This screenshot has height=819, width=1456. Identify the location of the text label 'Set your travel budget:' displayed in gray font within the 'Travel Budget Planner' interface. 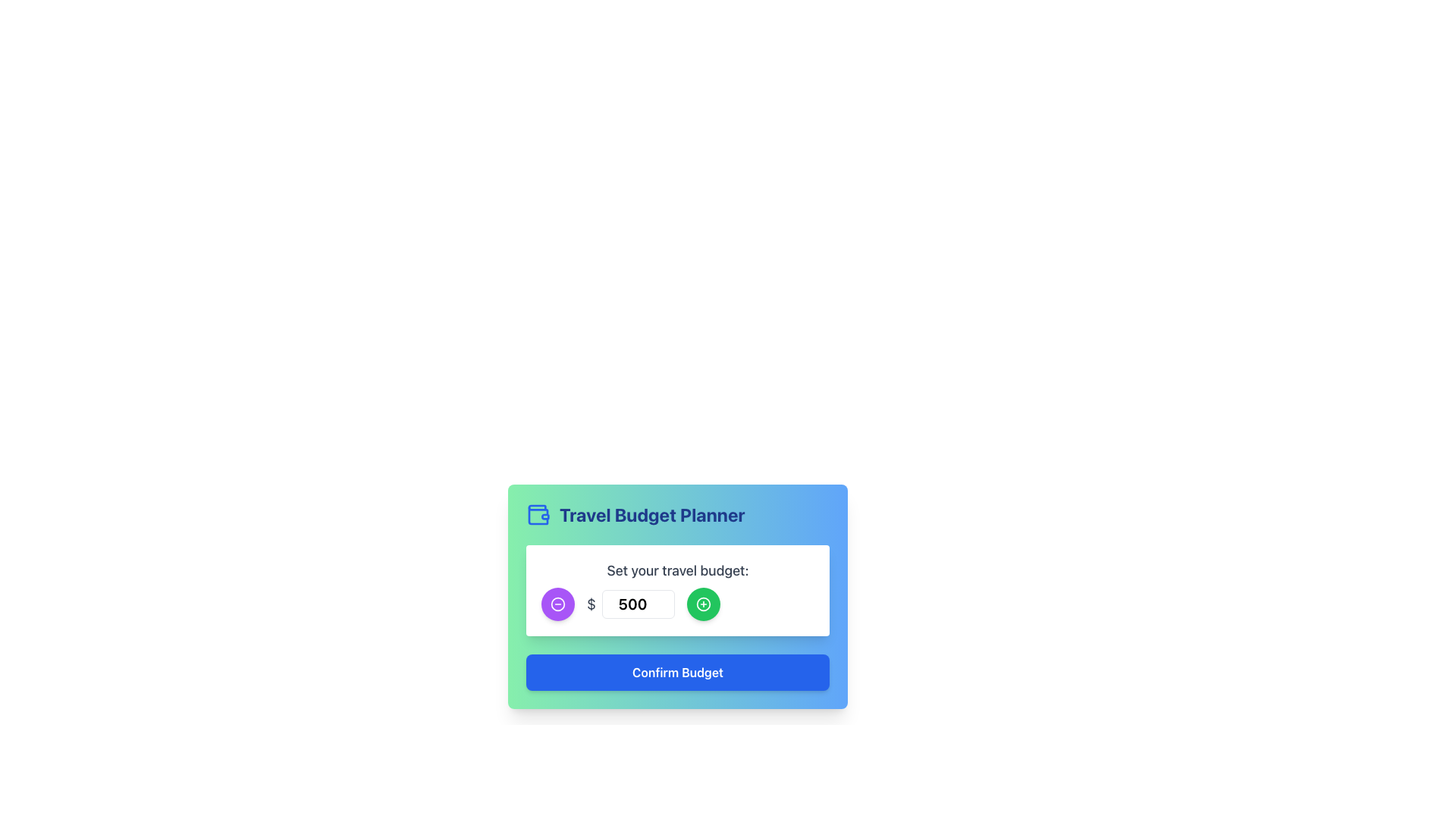
(676, 570).